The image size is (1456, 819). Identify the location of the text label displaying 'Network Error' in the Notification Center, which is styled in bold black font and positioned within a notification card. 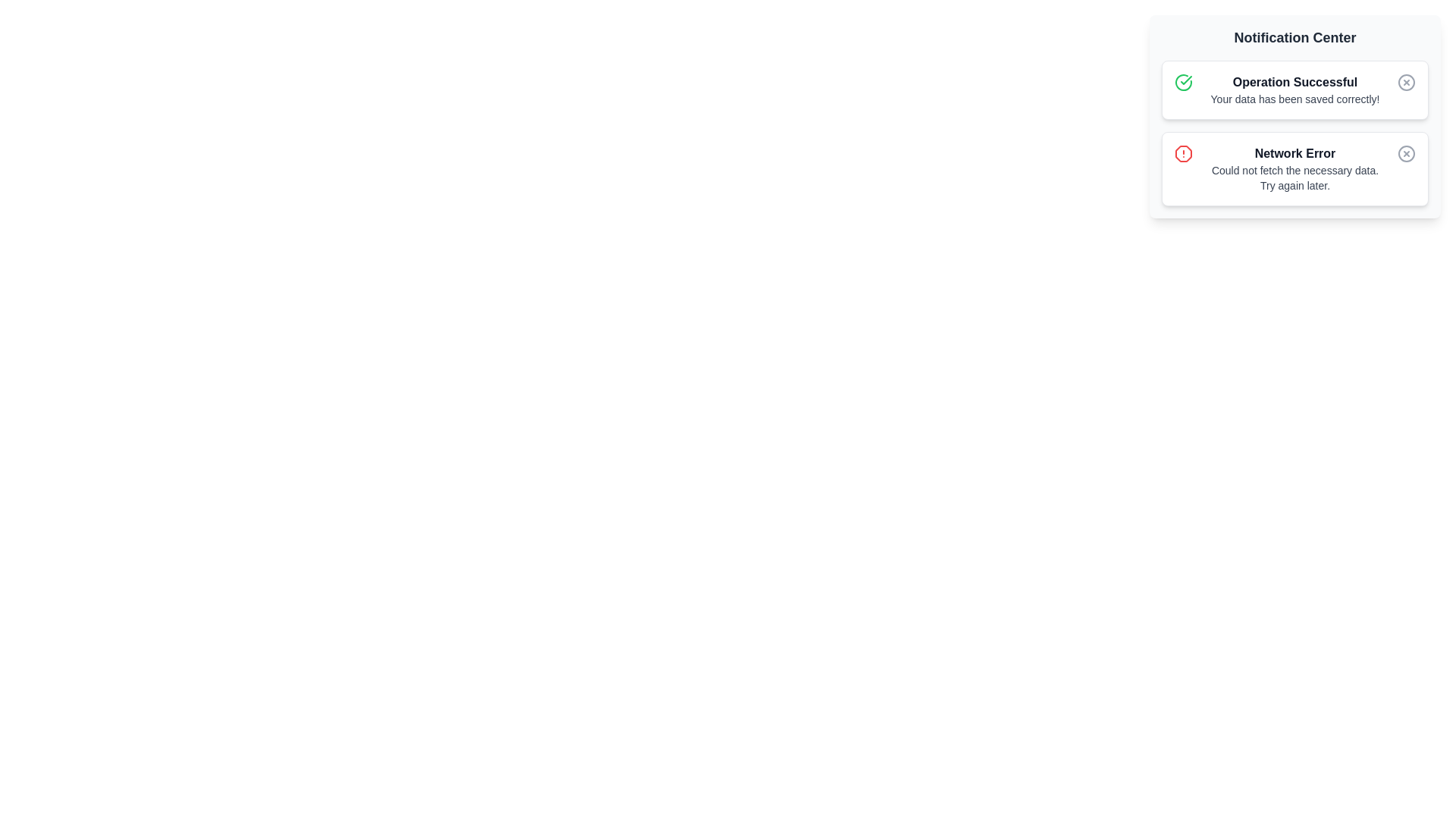
(1294, 154).